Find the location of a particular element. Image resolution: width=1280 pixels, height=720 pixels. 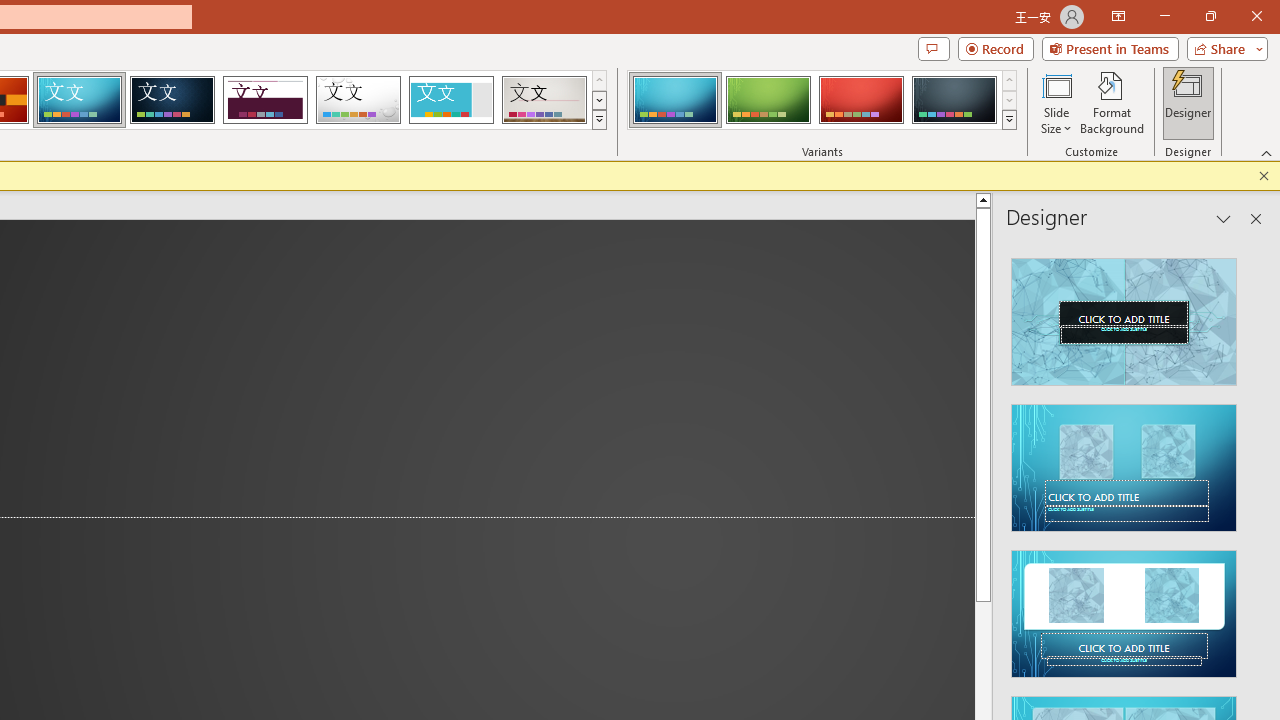

'Recommended Design: Design Idea' is located at coordinates (1124, 315).